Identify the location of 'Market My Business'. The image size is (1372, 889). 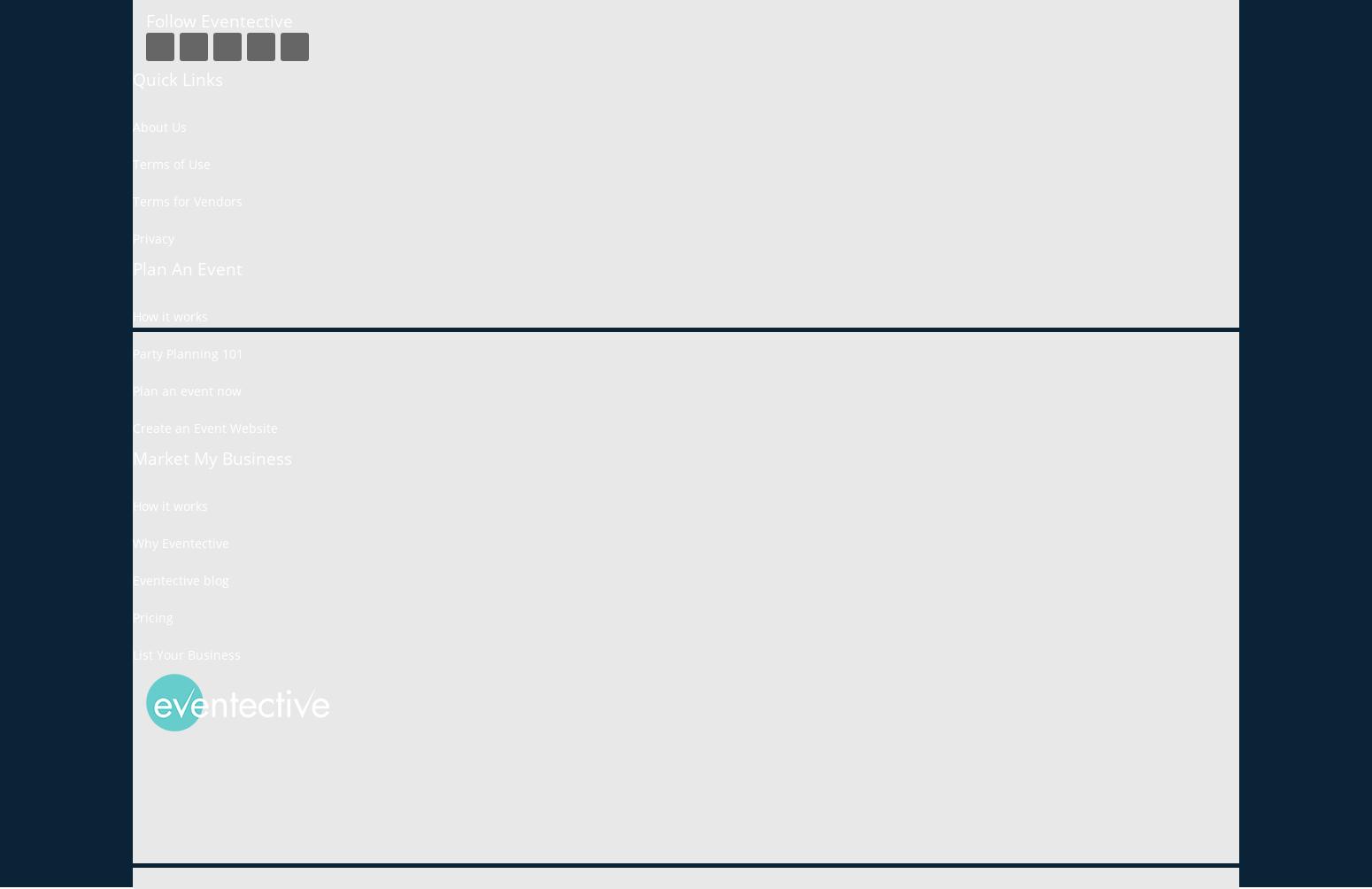
(212, 458).